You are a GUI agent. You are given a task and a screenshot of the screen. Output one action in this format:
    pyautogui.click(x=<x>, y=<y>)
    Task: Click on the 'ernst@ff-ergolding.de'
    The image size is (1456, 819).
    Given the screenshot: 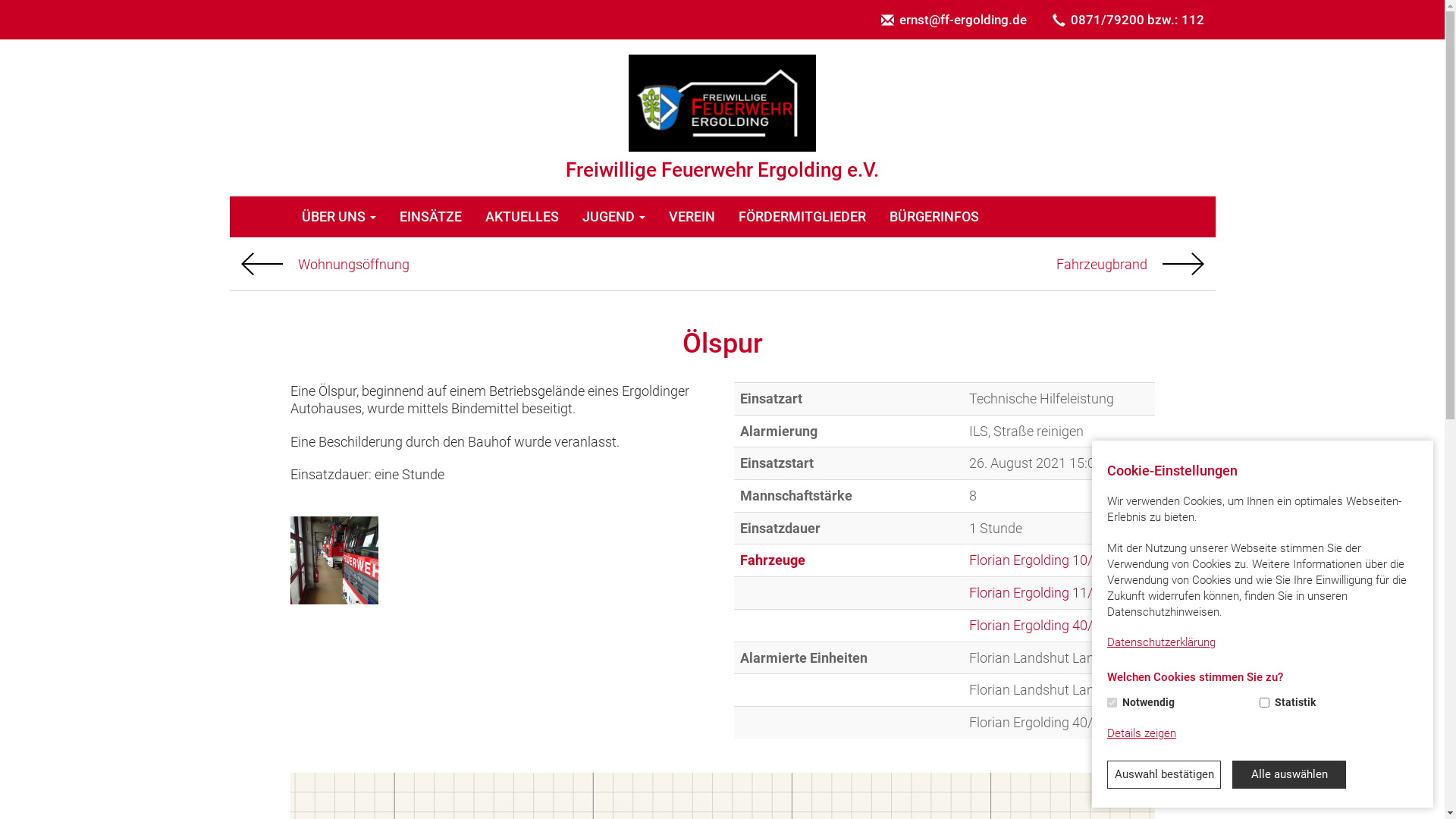 What is the action you would take?
    pyautogui.click(x=869, y=20)
    